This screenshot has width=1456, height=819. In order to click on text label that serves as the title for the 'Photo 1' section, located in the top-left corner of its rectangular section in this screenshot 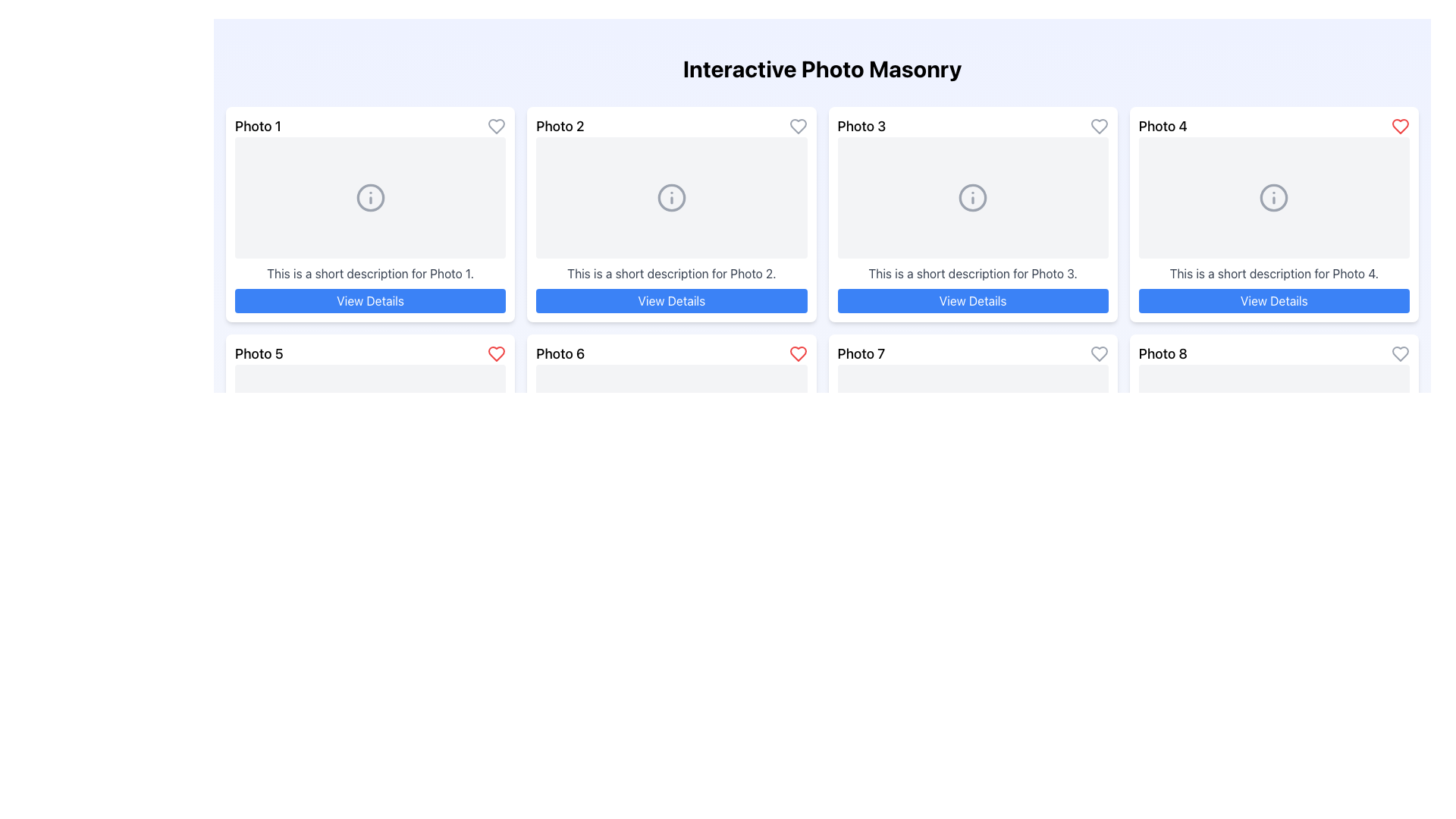, I will do `click(258, 125)`.